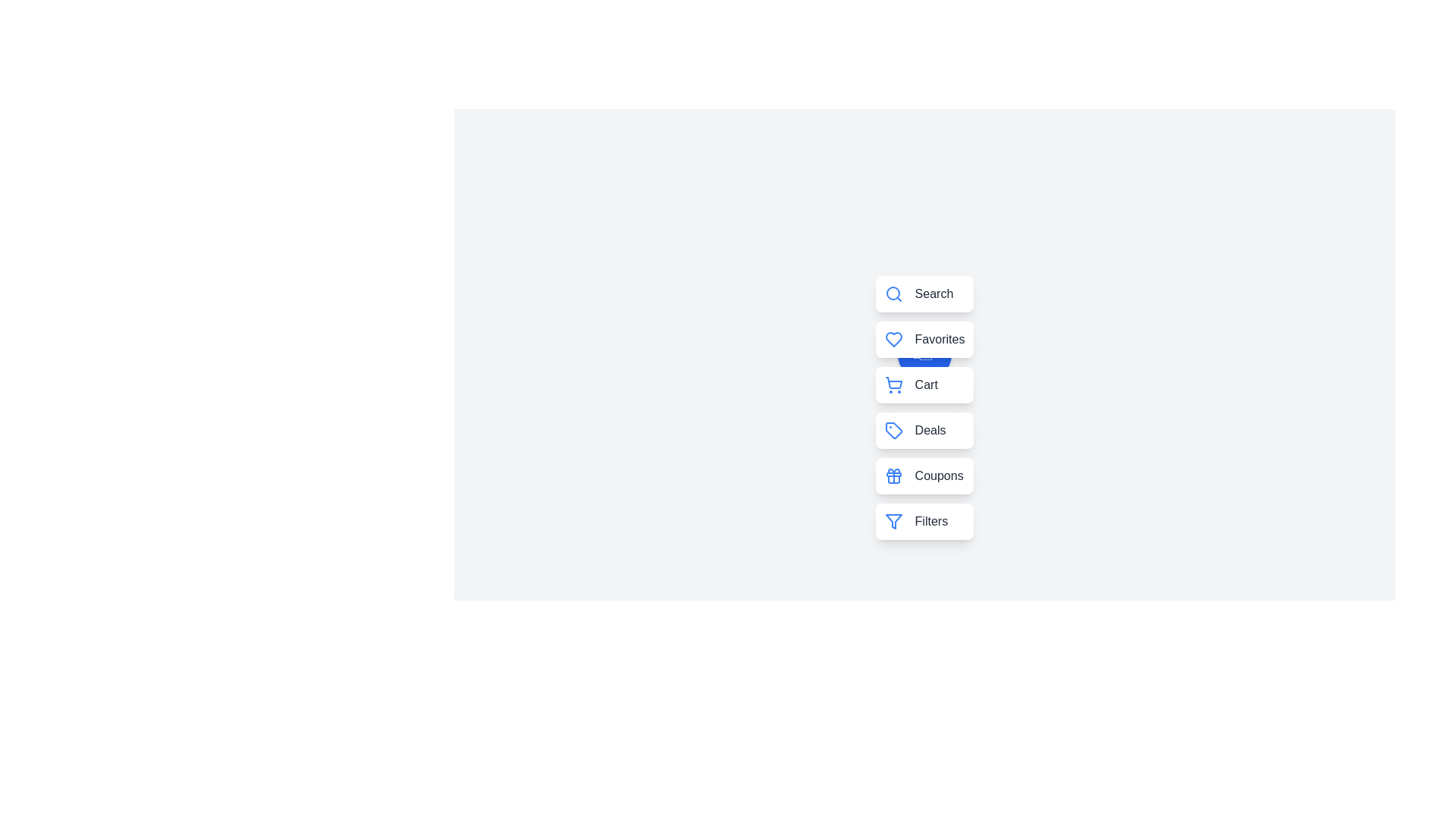 The height and width of the screenshot is (819, 1456). I want to click on the 'Favorites' text label, so click(939, 338).